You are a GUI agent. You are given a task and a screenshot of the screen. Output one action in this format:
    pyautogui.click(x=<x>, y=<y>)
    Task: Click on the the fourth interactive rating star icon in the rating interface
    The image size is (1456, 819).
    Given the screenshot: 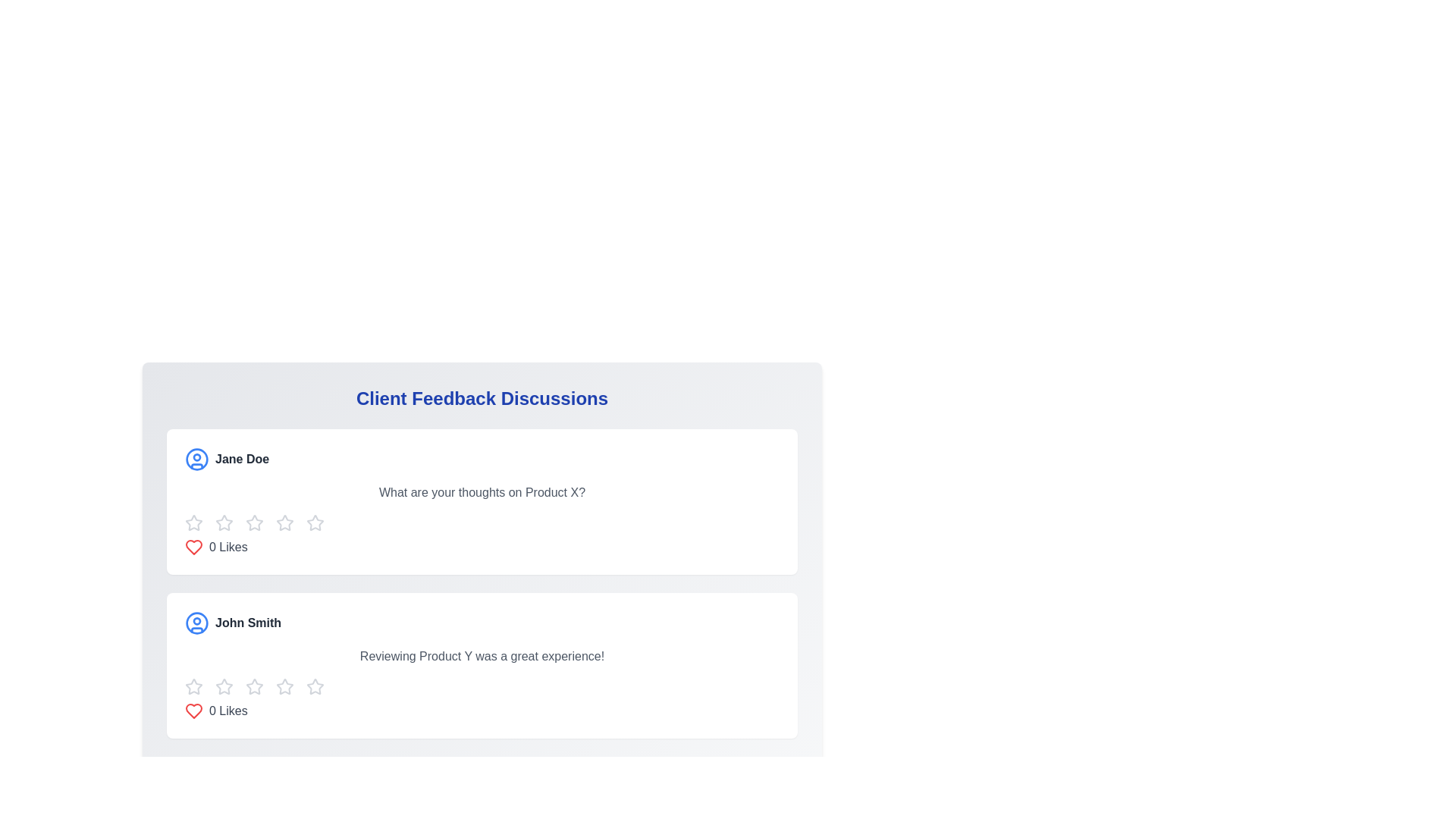 What is the action you would take?
    pyautogui.click(x=255, y=522)
    